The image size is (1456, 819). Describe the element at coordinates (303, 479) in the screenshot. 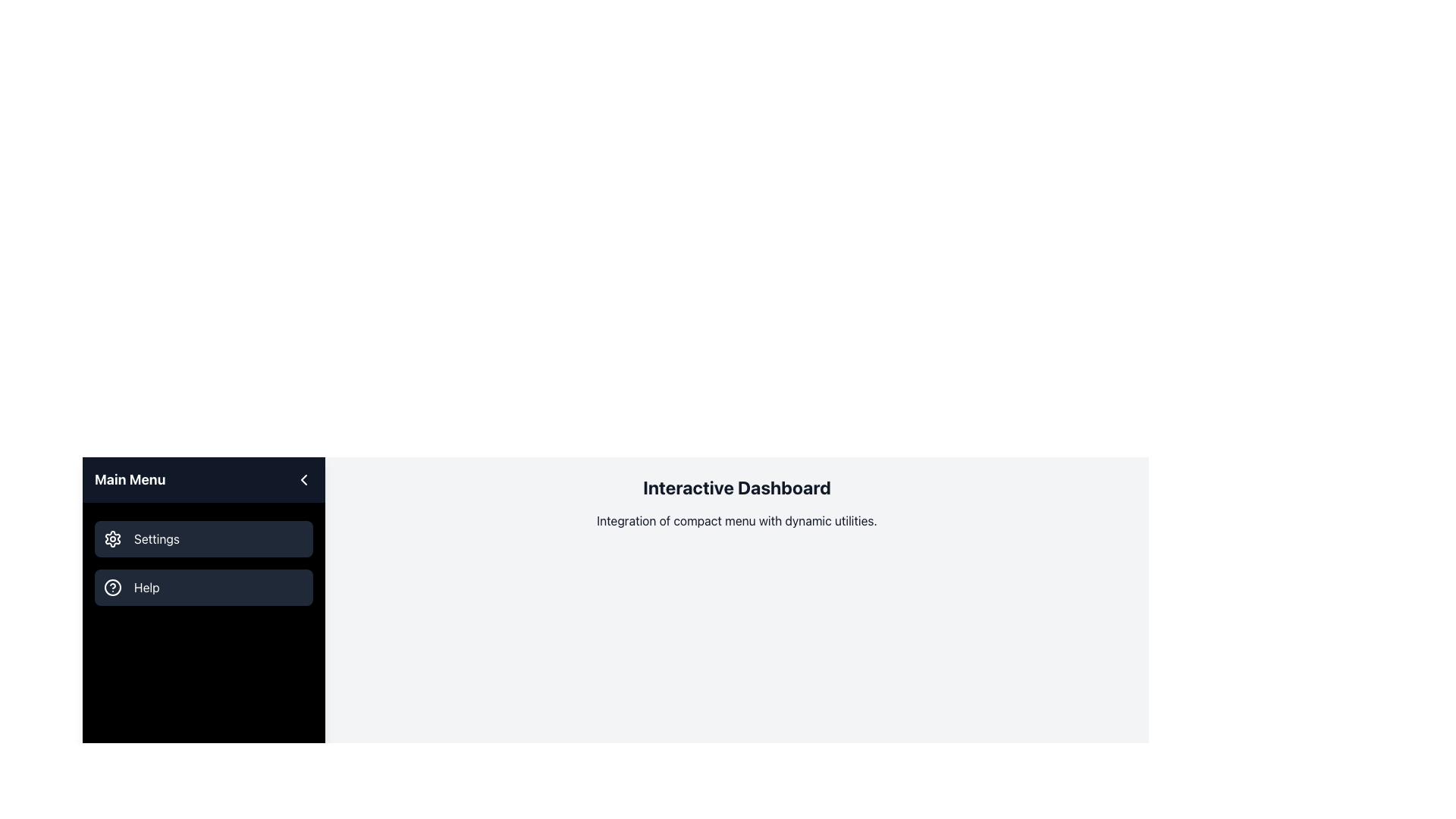

I see `the back/collapse button located at the top-right corner of the 'Main Menu' header` at that location.